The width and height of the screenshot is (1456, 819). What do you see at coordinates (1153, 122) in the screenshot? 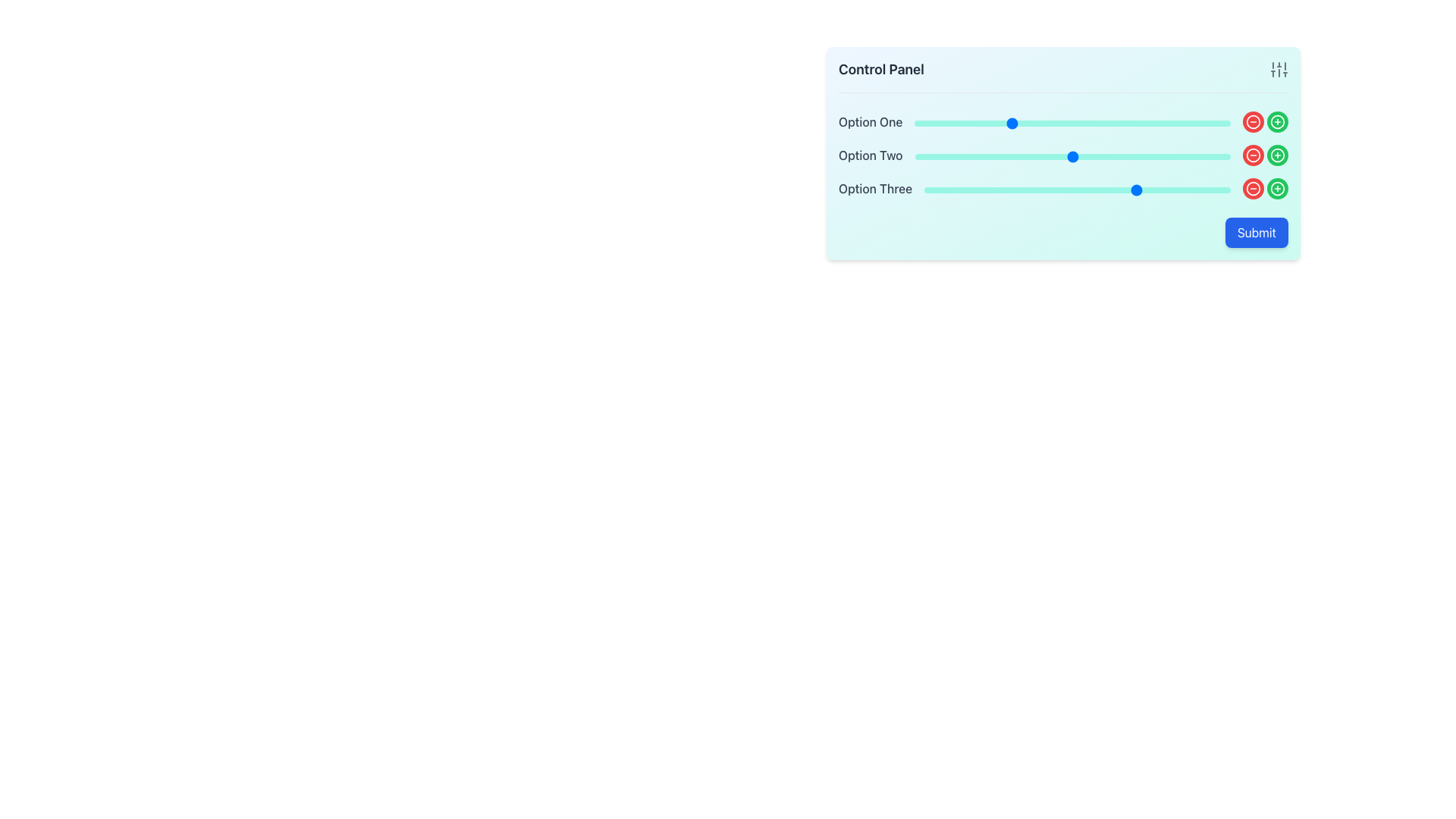
I see `the slider` at bounding box center [1153, 122].